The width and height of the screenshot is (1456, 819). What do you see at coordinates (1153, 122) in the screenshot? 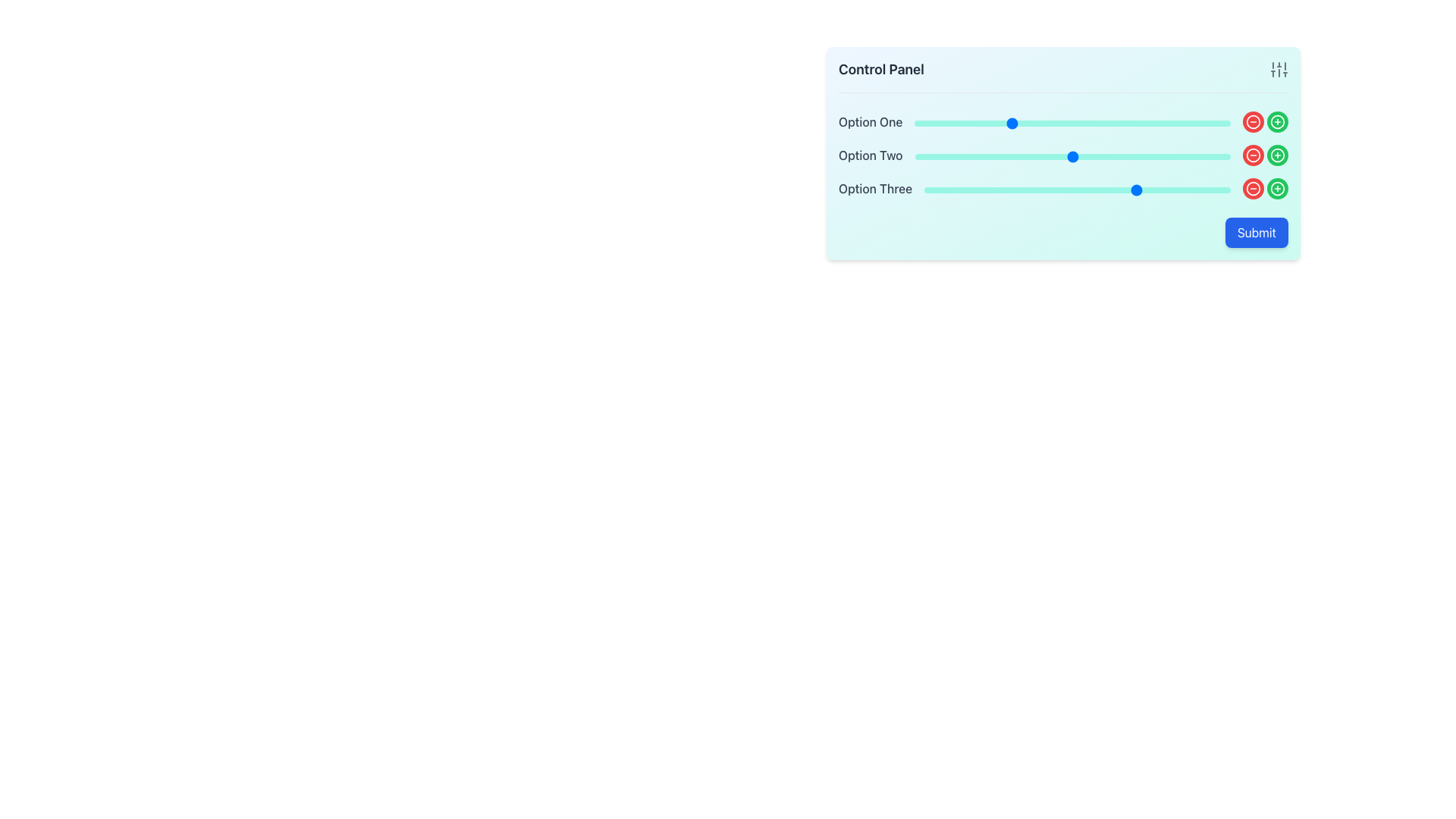
I see `the slider` at bounding box center [1153, 122].